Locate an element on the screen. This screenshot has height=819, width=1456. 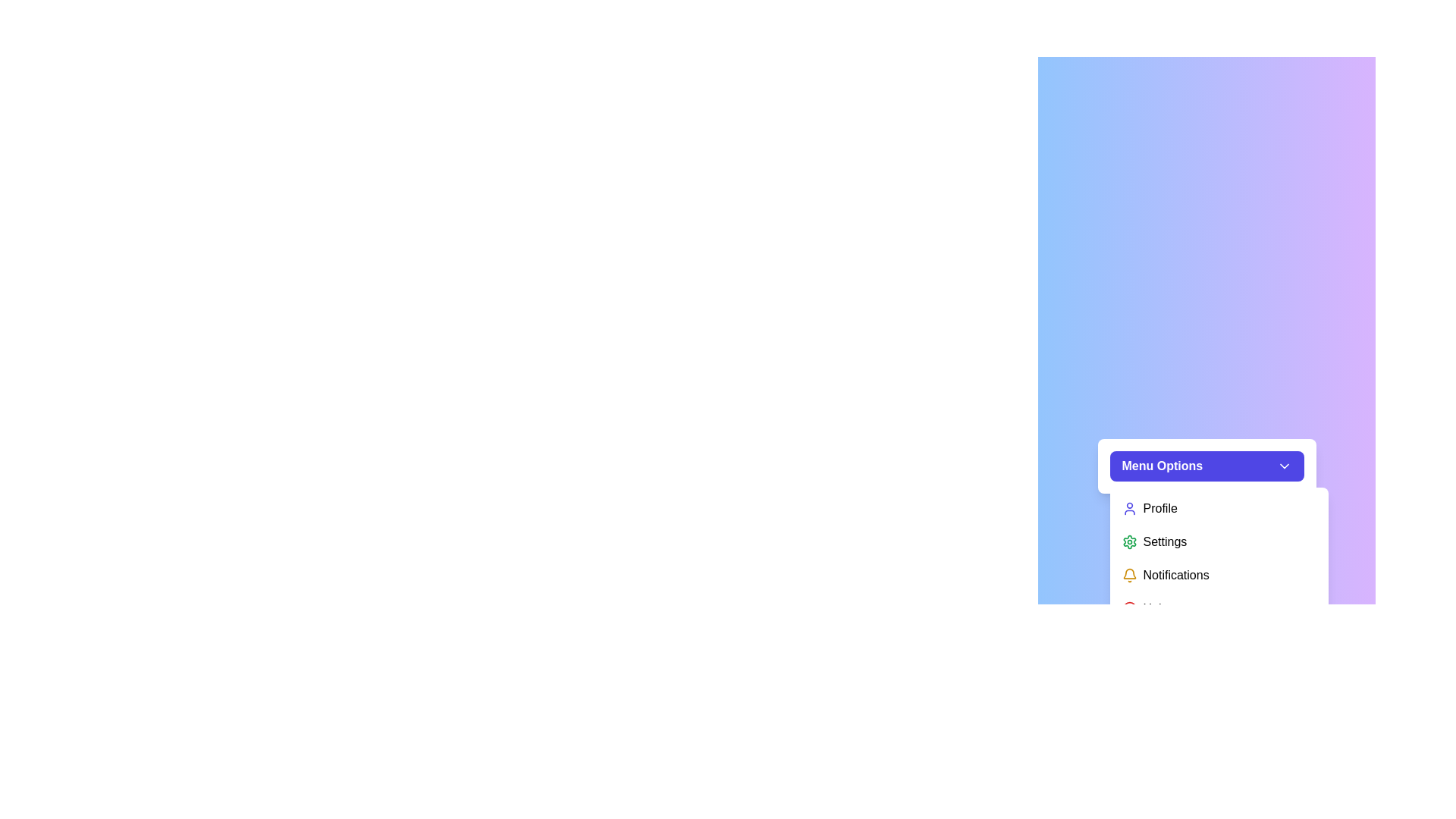
the bell icon for notifications located in the list row labeled 'Notifications', positioned to the left of the text label is located at coordinates (1129, 576).